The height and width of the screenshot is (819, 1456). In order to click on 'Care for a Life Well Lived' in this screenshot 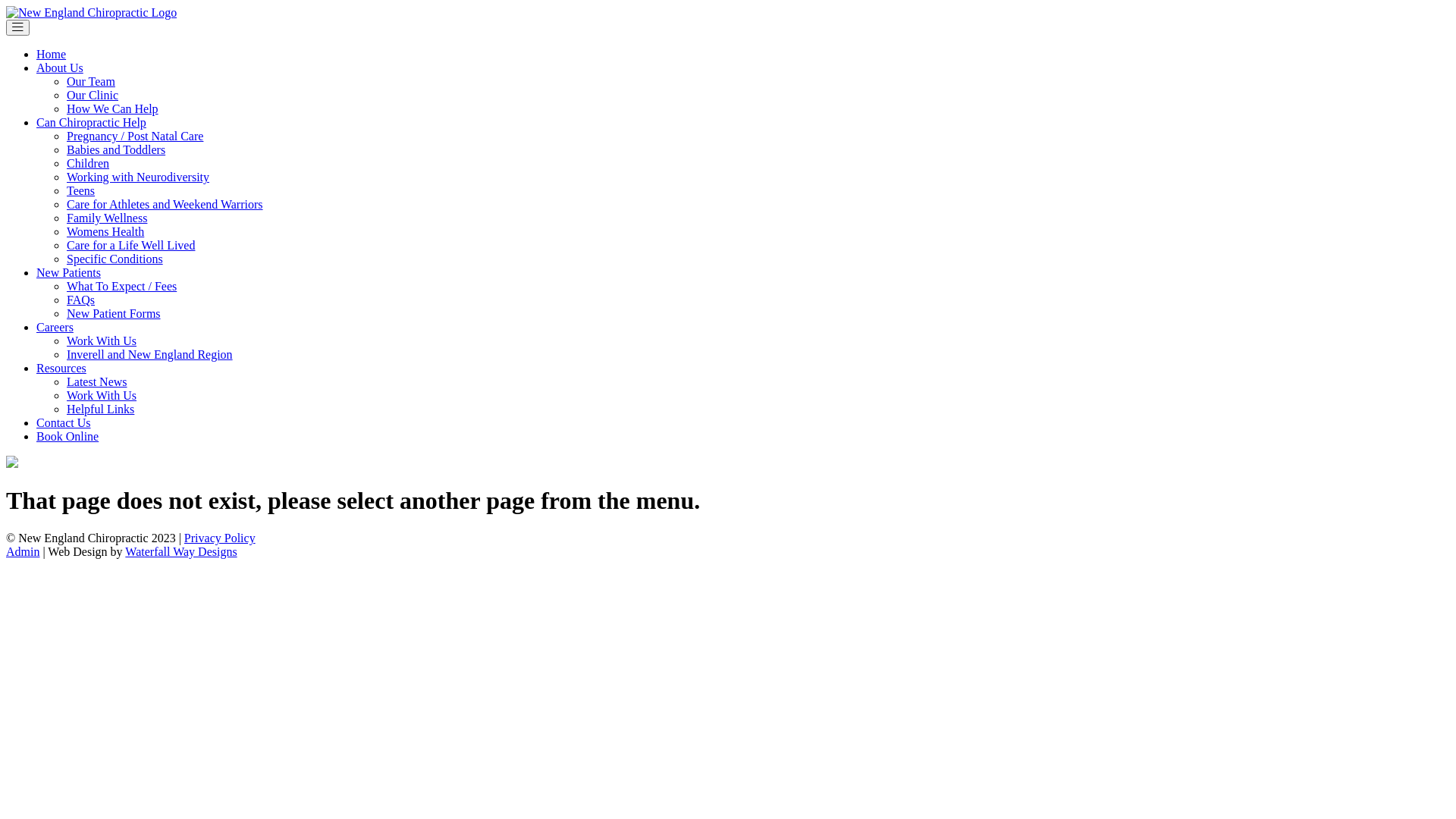, I will do `click(65, 244)`.